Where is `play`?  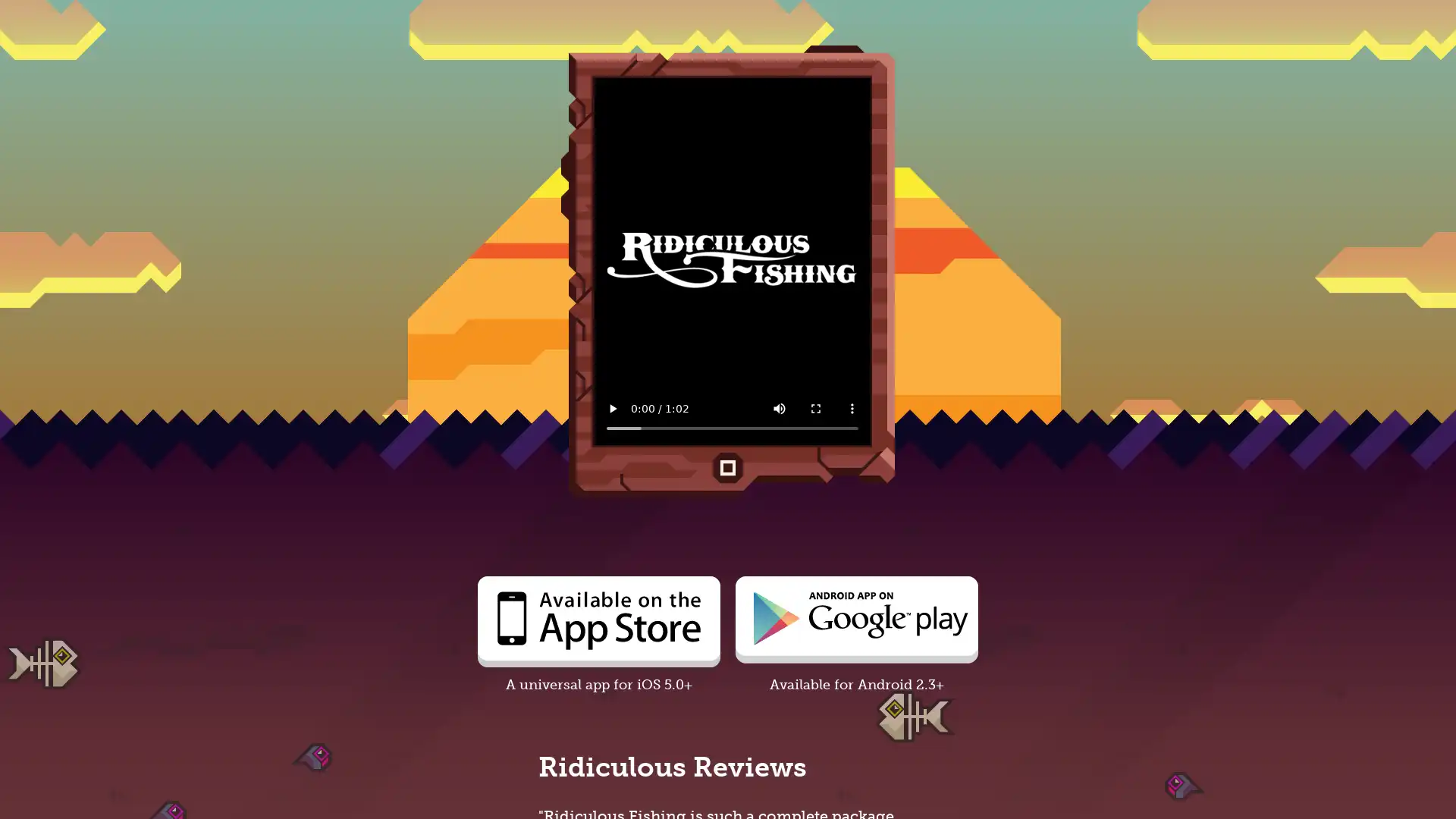
play is located at coordinates (612, 408).